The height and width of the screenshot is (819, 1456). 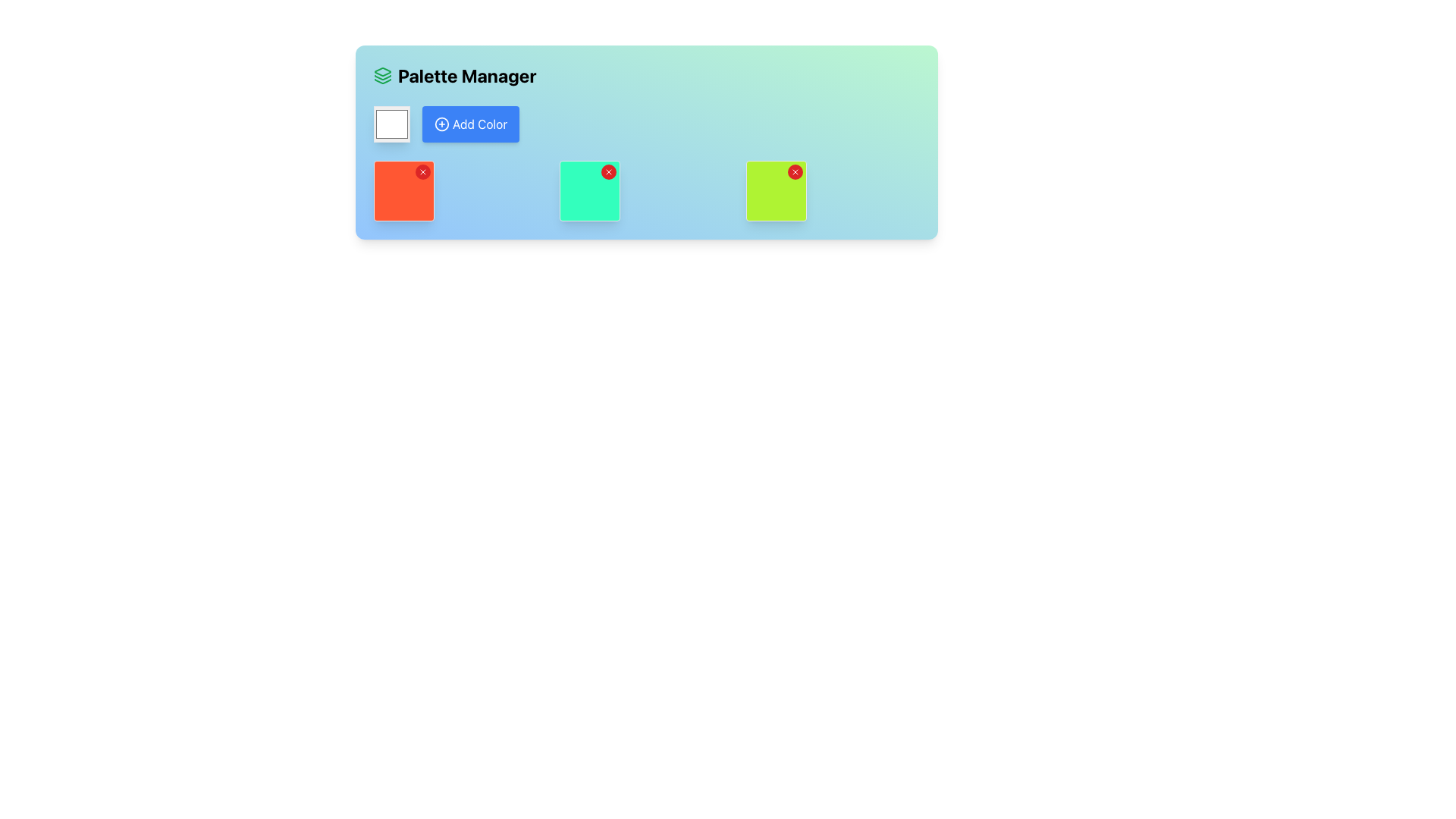 What do you see at coordinates (441, 124) in the screenshot?
I see `the SVG circle element styled with a stroke color and width, located near the top center of the interface within the 'Palette Manager' module, adjacent to the 'Add Color' button` at bounding box center [441, 124].